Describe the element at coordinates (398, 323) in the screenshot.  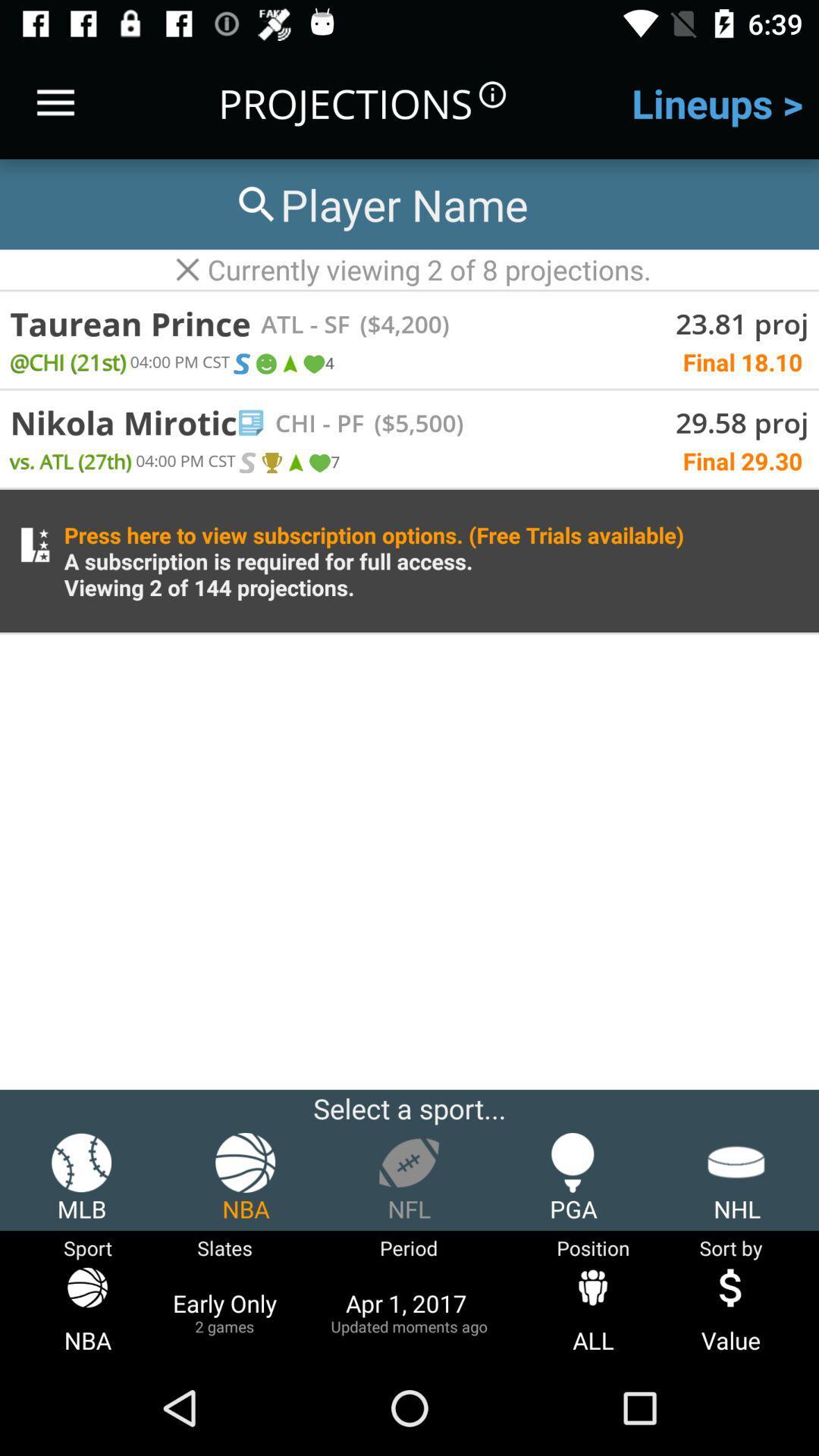
I see `($4,200) item` at that location.